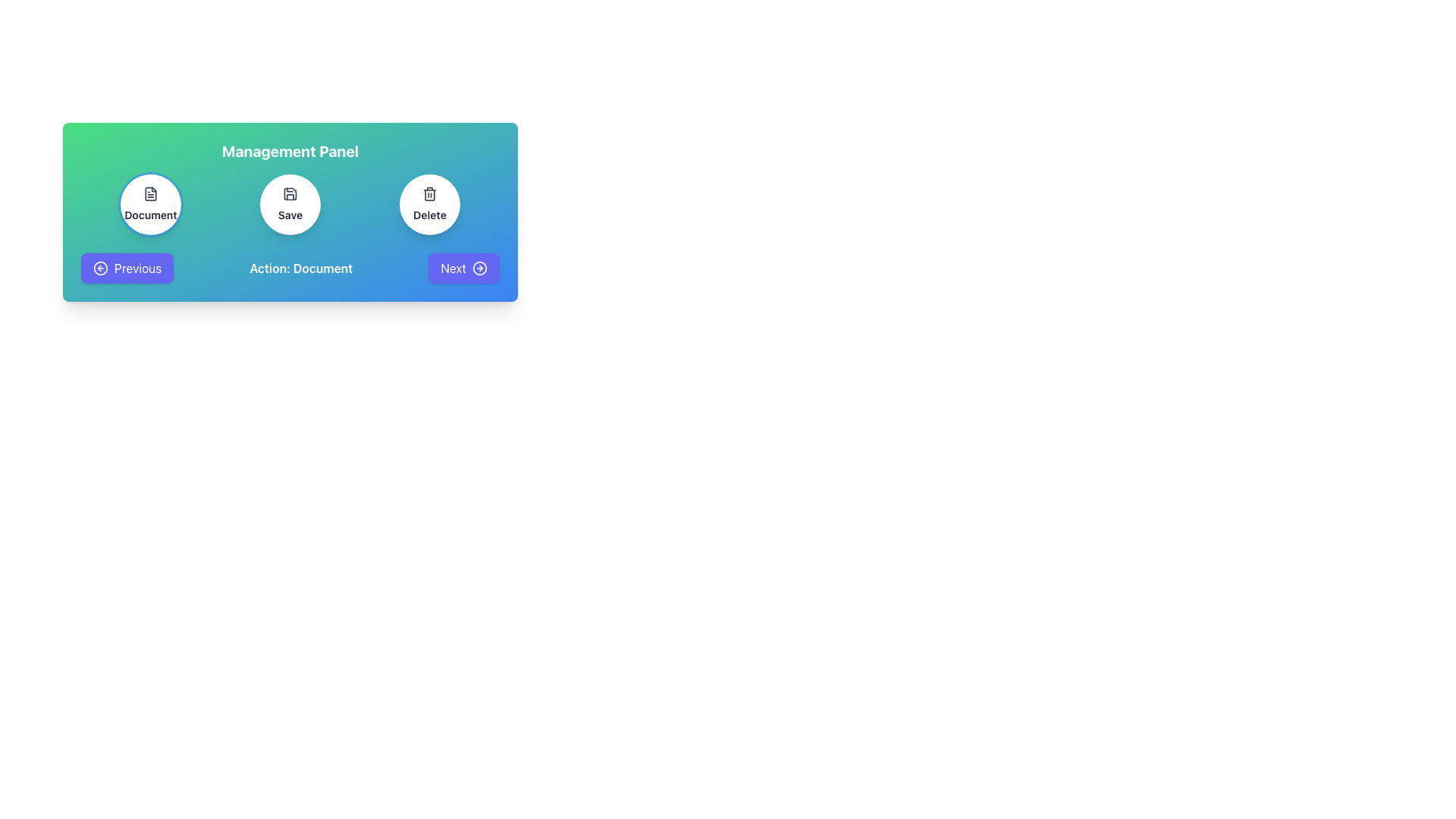 The image size is (1456, 819). What do you see at coordinates (290, 205) in the screenshot?
I see `the circular 'Save' button located in the Management Panel, which is positioned between the title and the navigation buttons` at bounding box center [290, 205].